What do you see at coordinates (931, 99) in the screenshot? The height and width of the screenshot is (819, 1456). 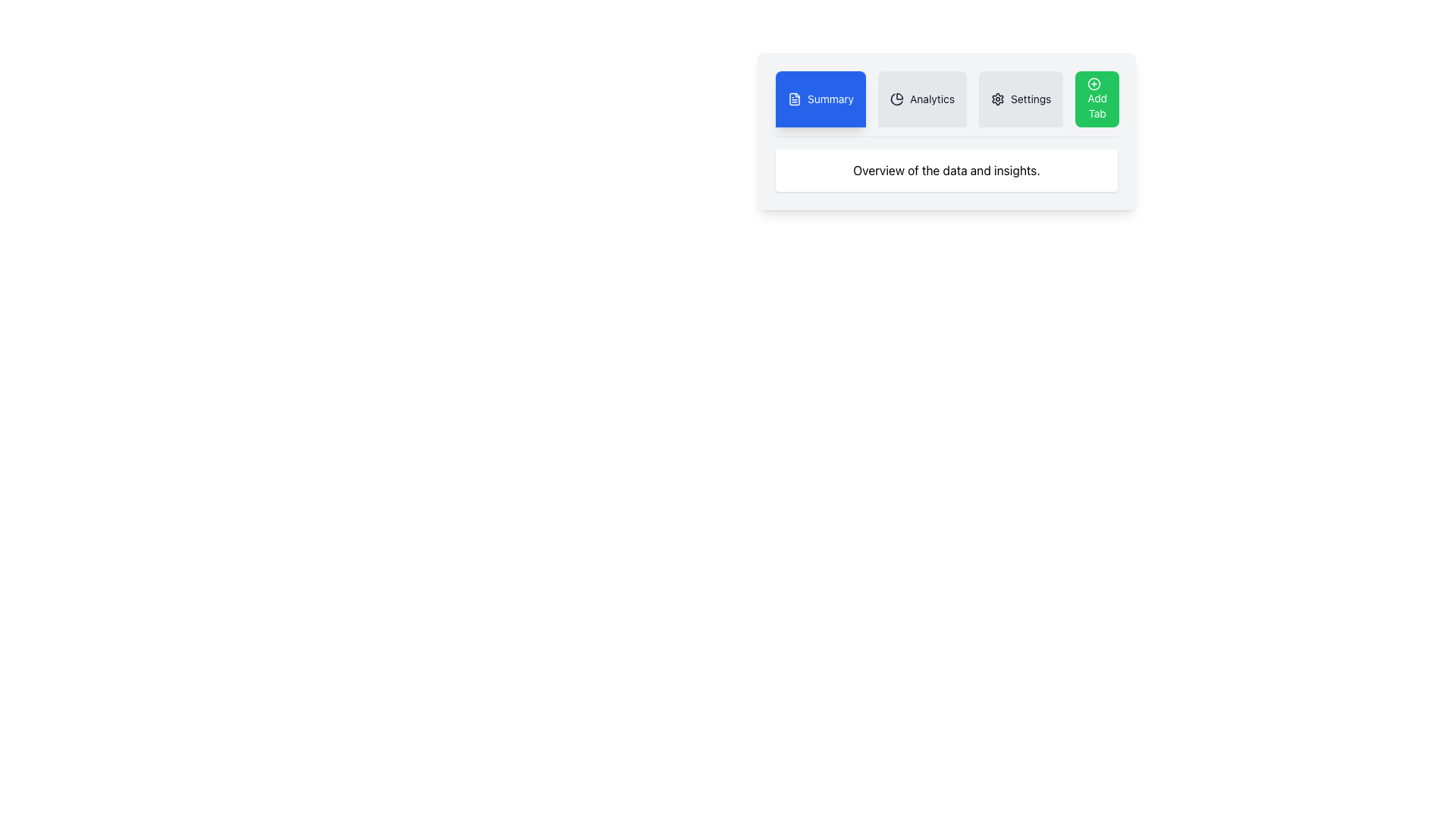 I see `the Analytics label located in the horizontal navigation bar, positioned between the 'Summary' and 'Settings' sections` at bounding box center [931, 99].